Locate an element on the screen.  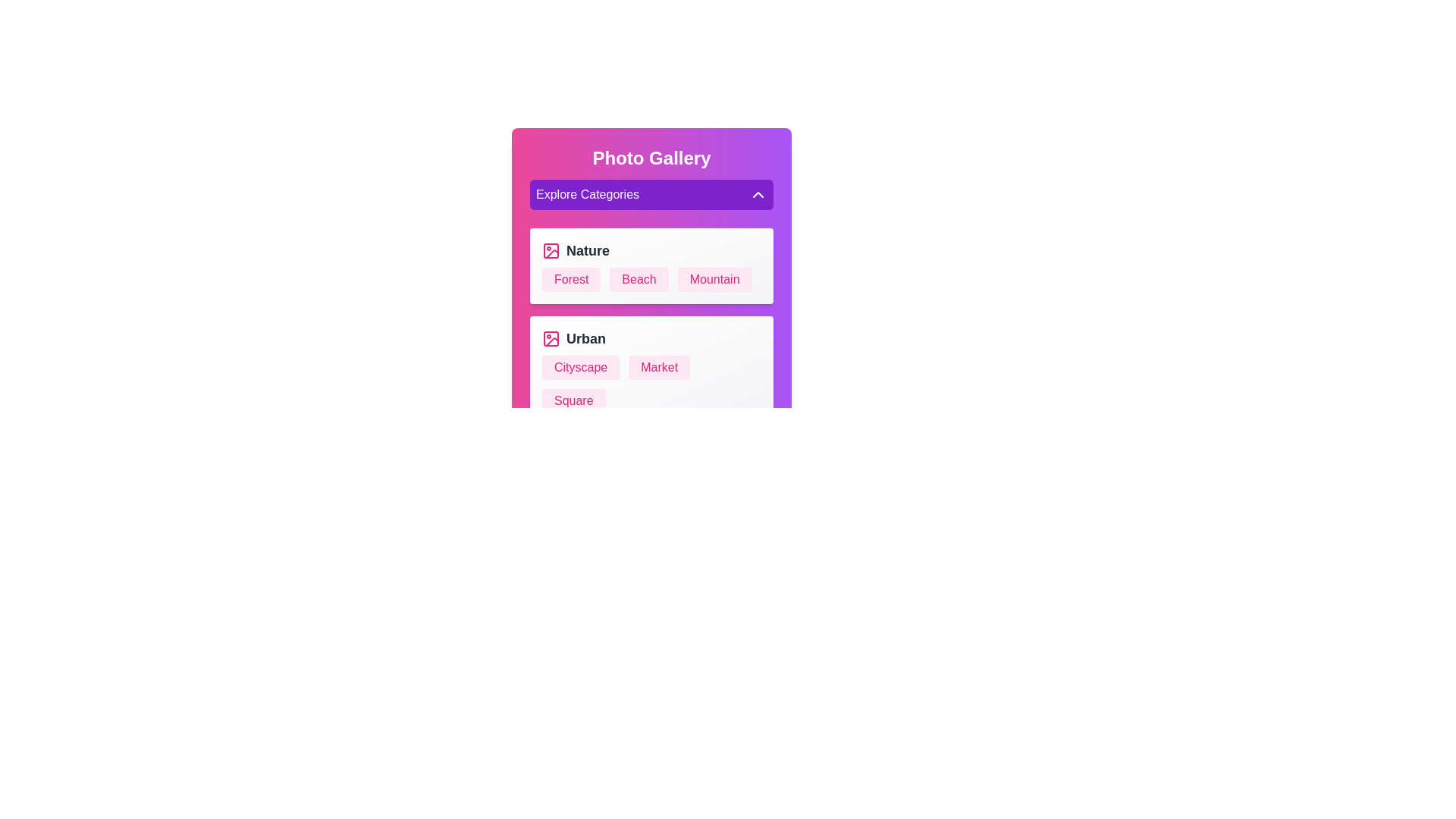
the photo name Beach to select it is located at coordinates (639, 280).